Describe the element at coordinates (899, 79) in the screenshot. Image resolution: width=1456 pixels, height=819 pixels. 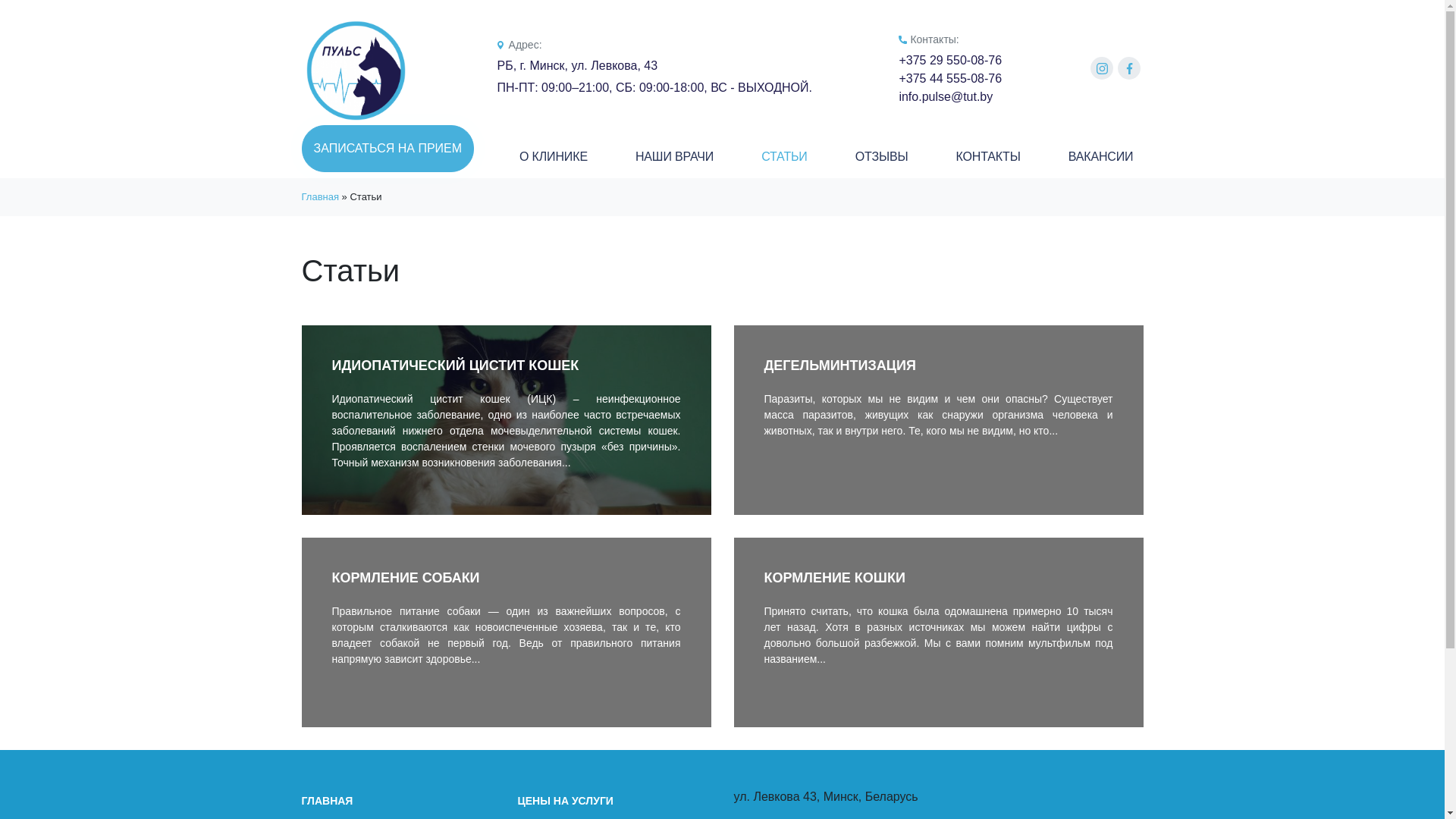
I see `'+375 44 555-08-76'` at that location.